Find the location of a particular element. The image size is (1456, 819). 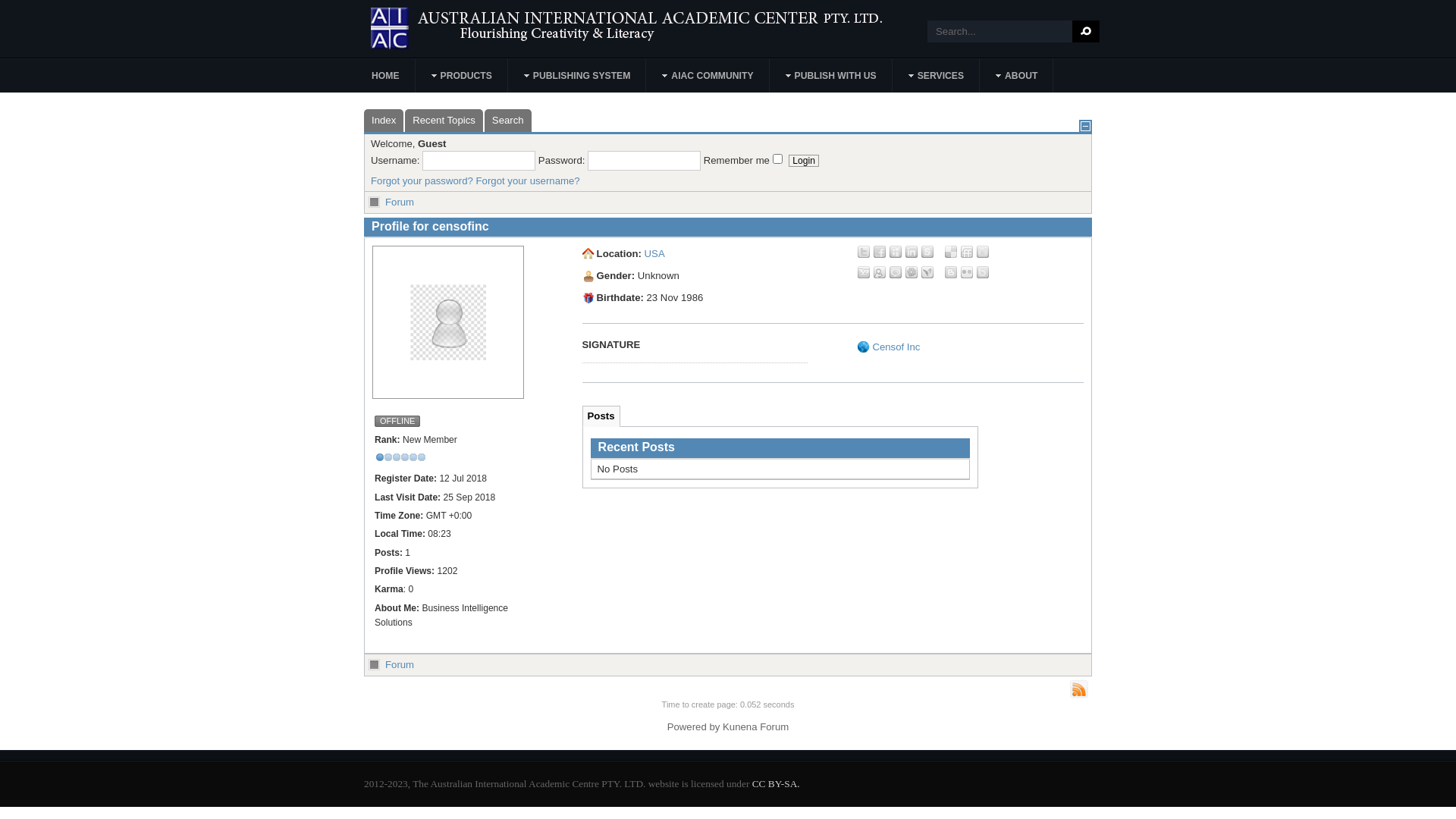

'Forum' is located at coordinates (400, 201).